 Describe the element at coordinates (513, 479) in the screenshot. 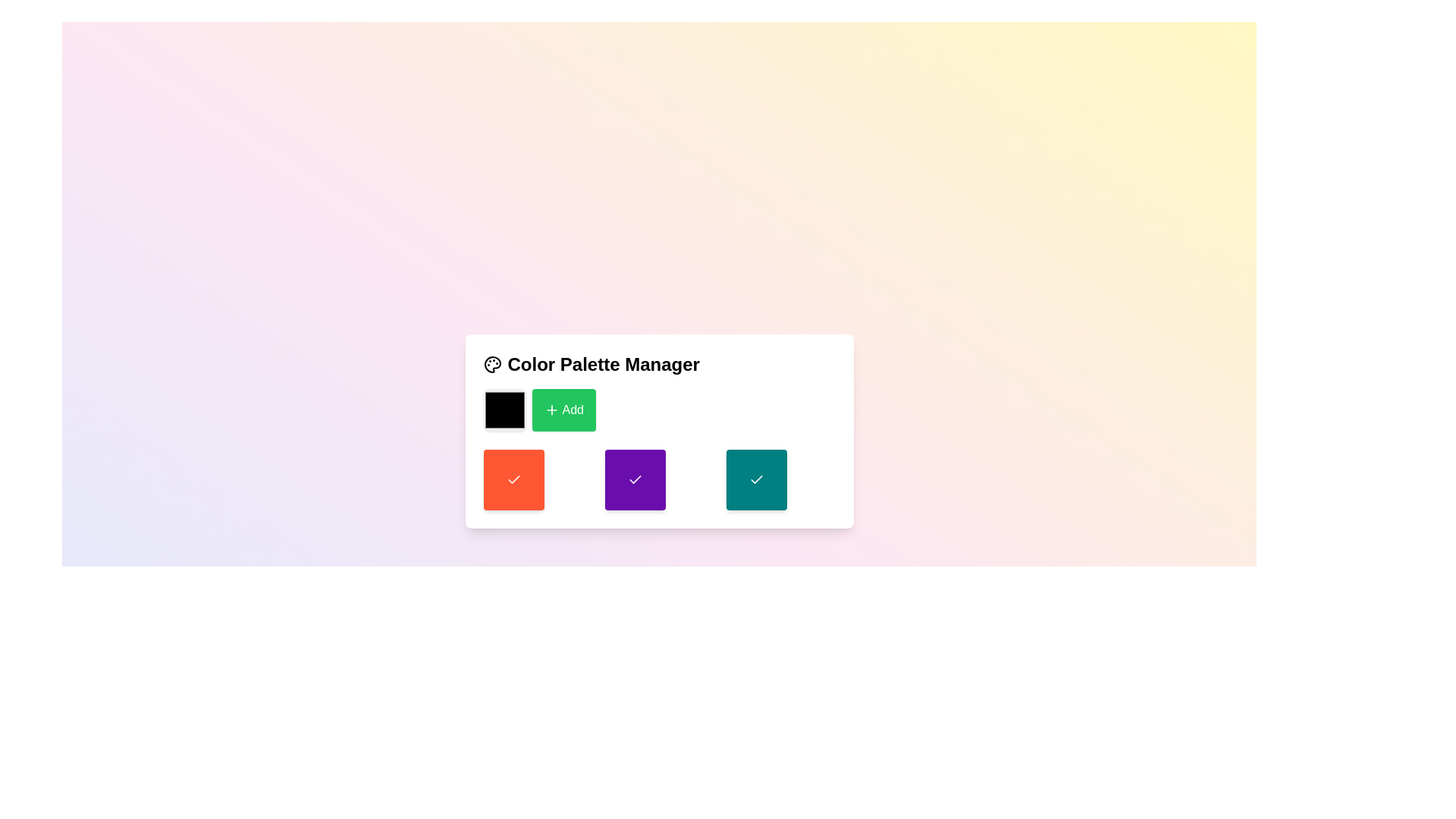

I see `the checkmark icon within the red square to deselect it in the Color Palette Manager interface` at that location.